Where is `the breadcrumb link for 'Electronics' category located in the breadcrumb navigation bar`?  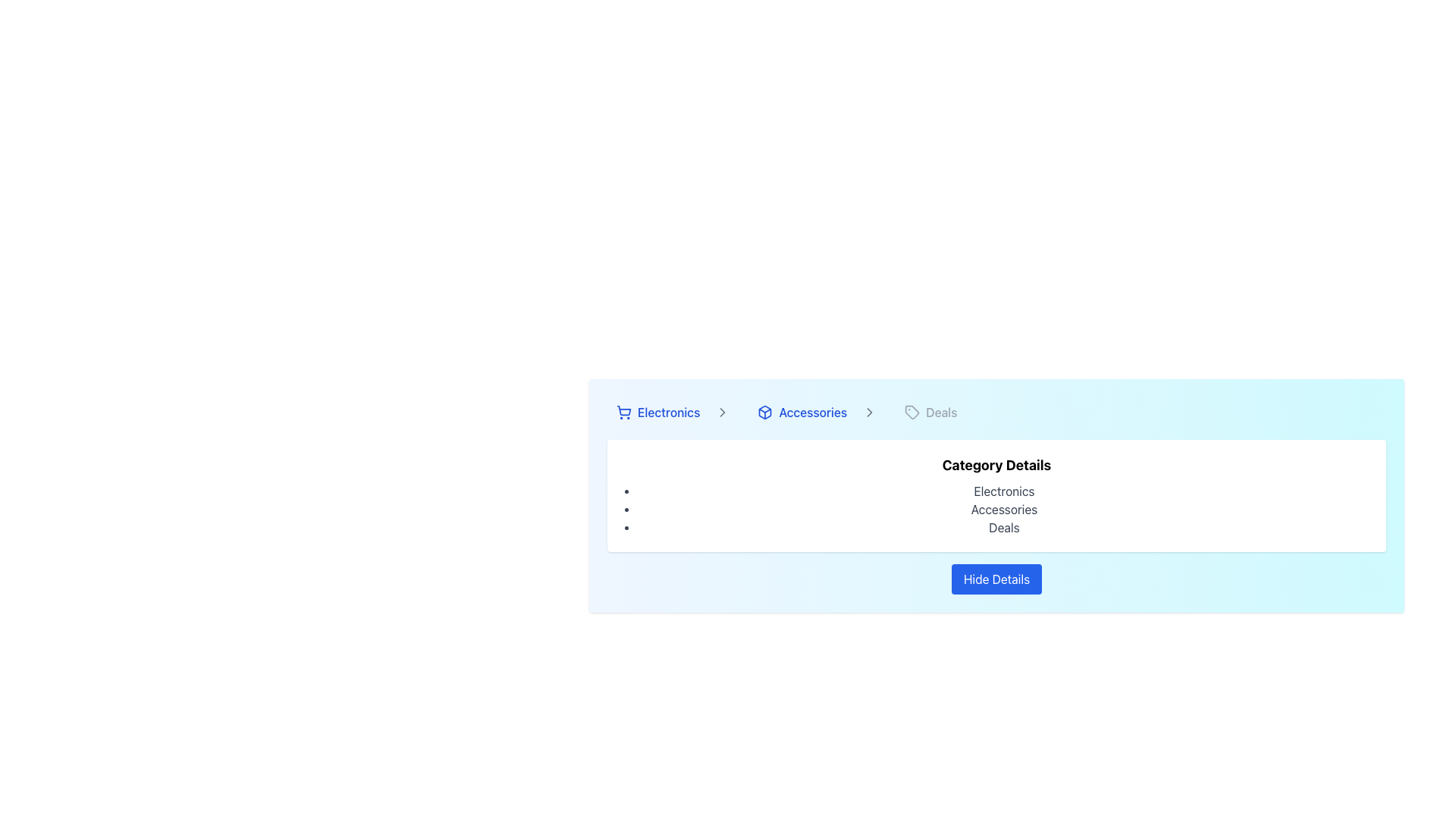
the breadcrumb link for 'Electronics' category located in the breadcrumb navigation bar is located at coordinates (658, 412).